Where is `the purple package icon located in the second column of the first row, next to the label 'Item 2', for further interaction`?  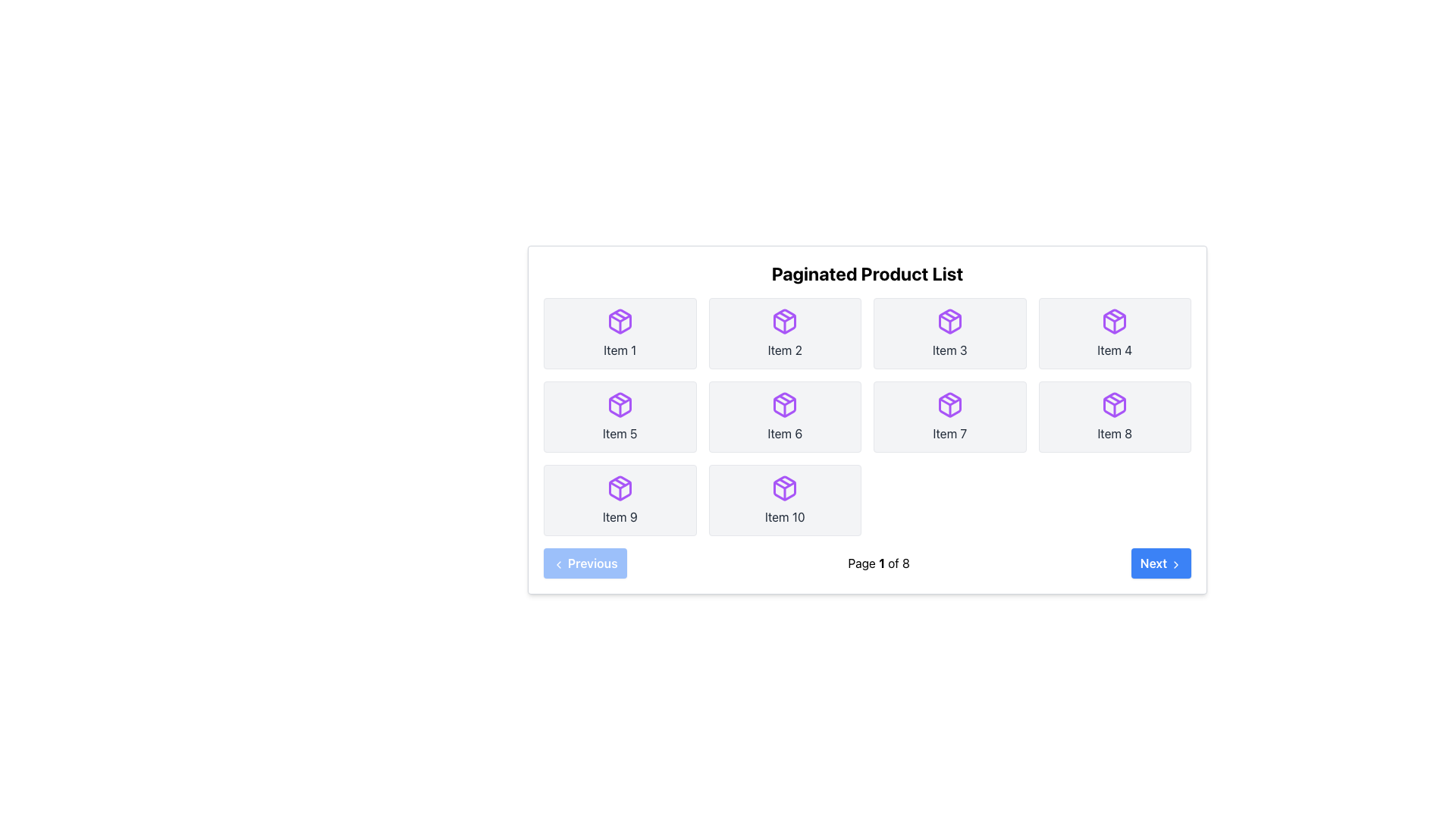
the purple package icon located in the second column of the first row, next to the label 'Item 2', for further interaction is located at coordinates (785, 321).